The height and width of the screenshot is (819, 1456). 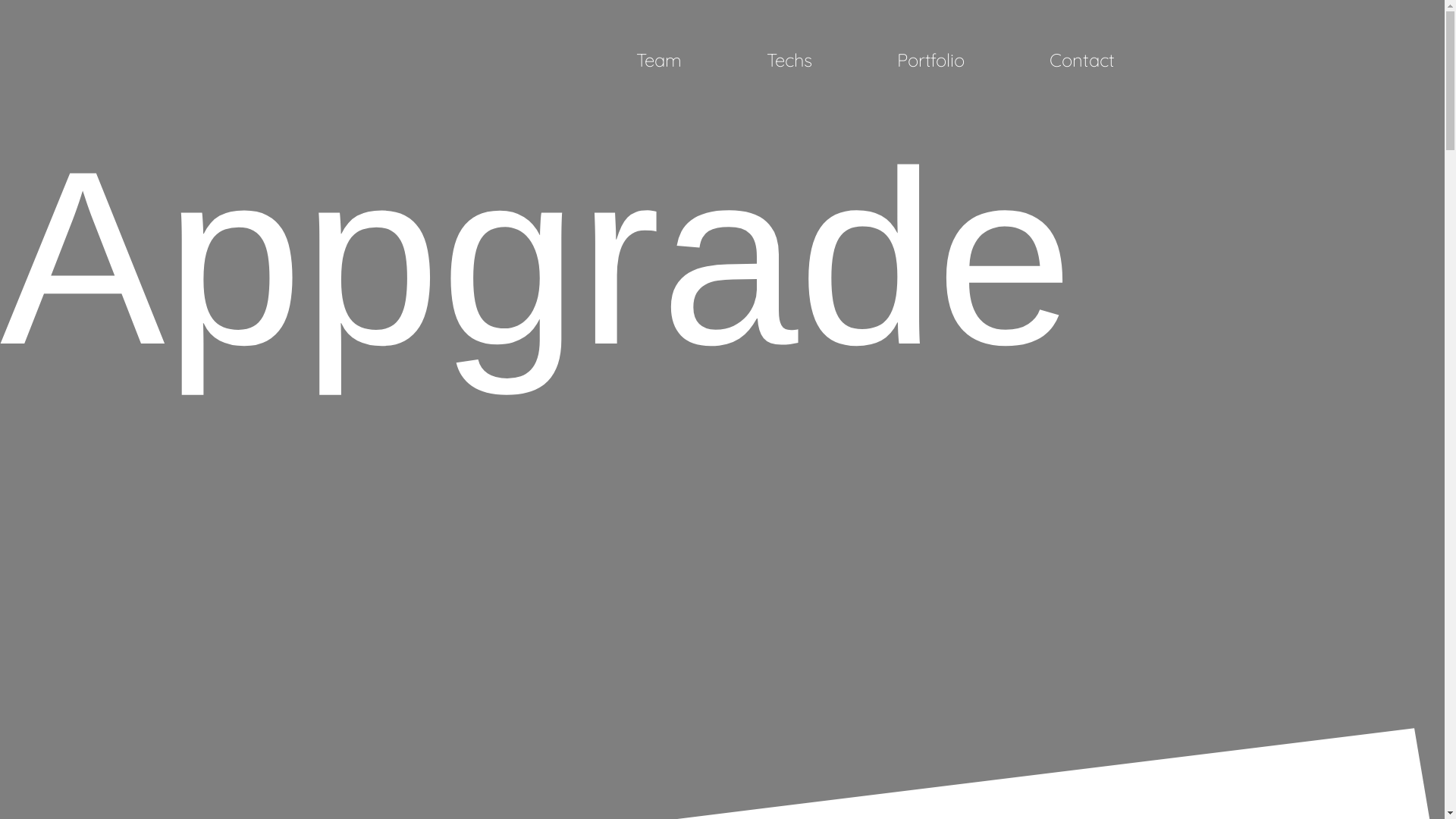 I want to click on 'Techs', so click(x=789, y=58).